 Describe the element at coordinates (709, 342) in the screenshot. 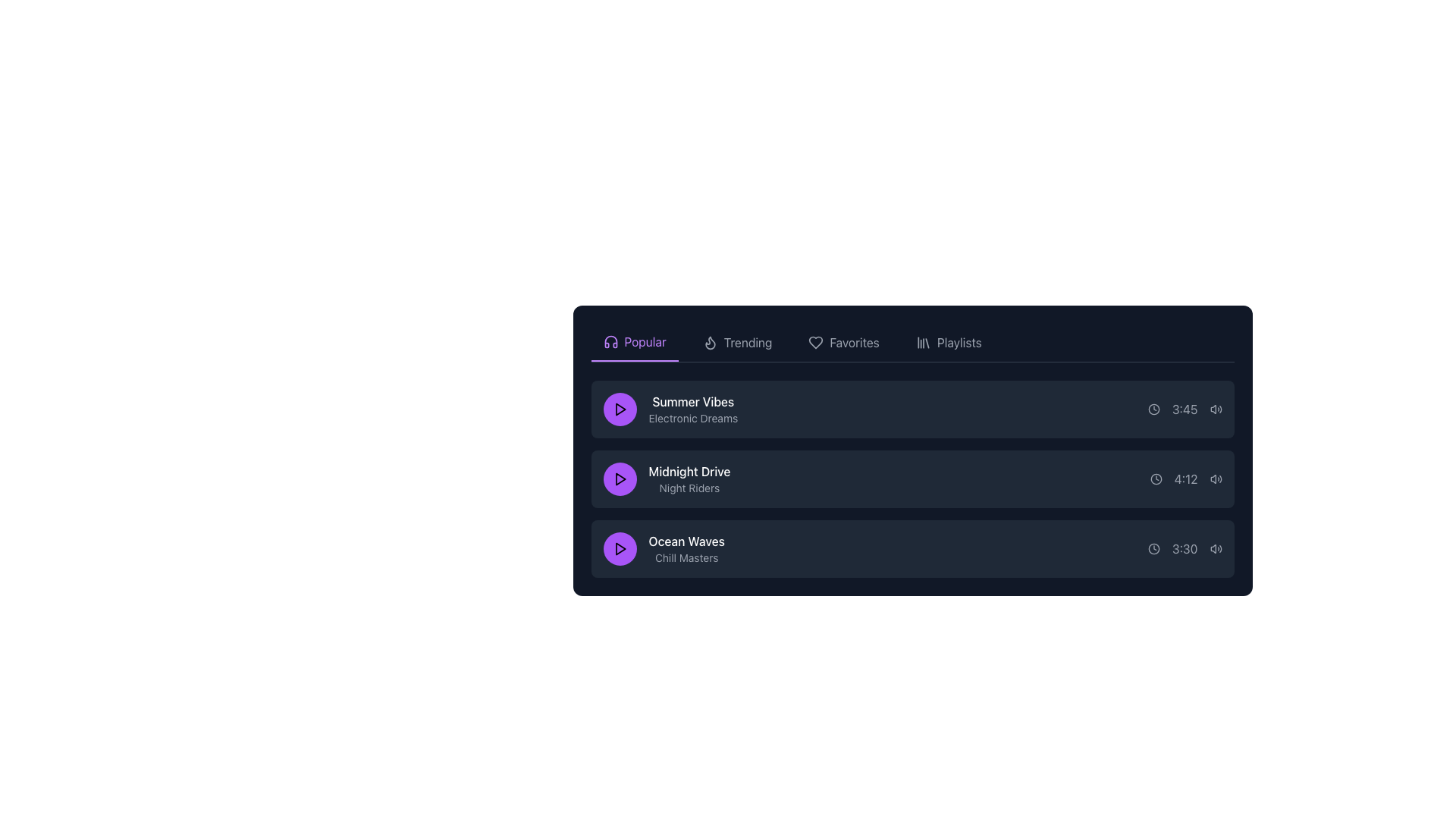

I see `the flame icon in the 'Trending' tab to trigger the tooltip display` at that location.